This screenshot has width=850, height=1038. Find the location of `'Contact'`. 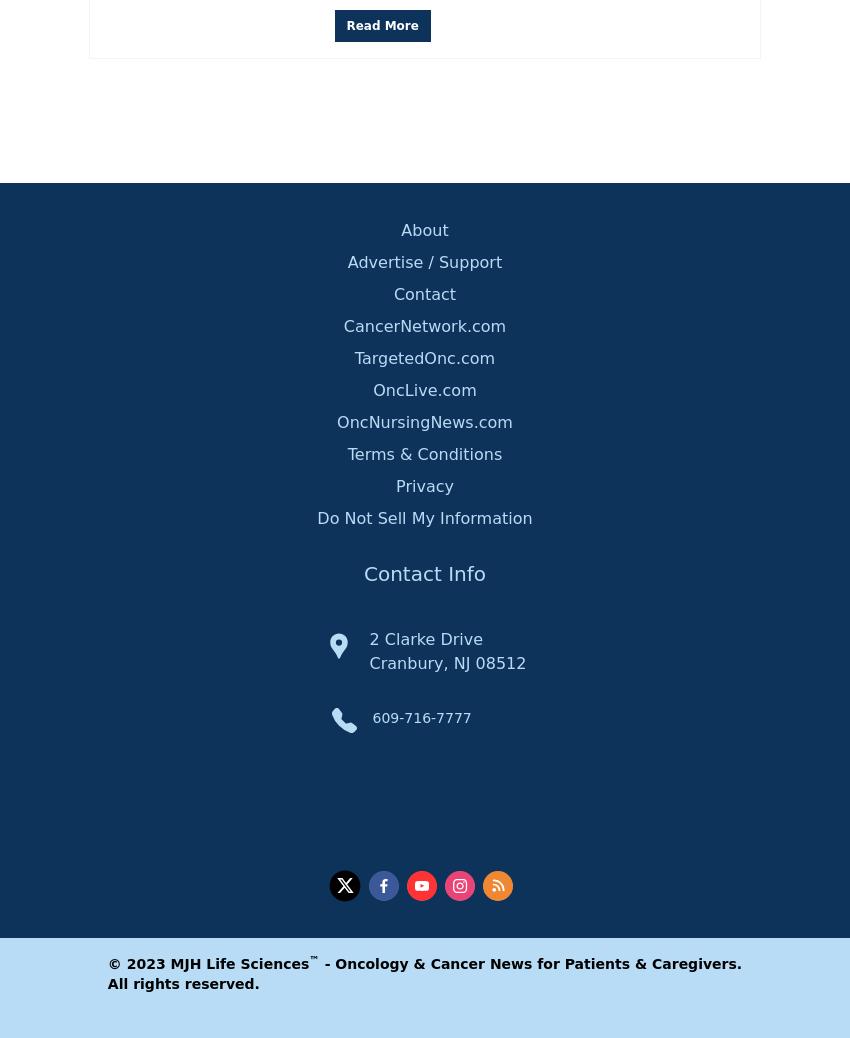

'Contact' is located at coordinates (424, 293).